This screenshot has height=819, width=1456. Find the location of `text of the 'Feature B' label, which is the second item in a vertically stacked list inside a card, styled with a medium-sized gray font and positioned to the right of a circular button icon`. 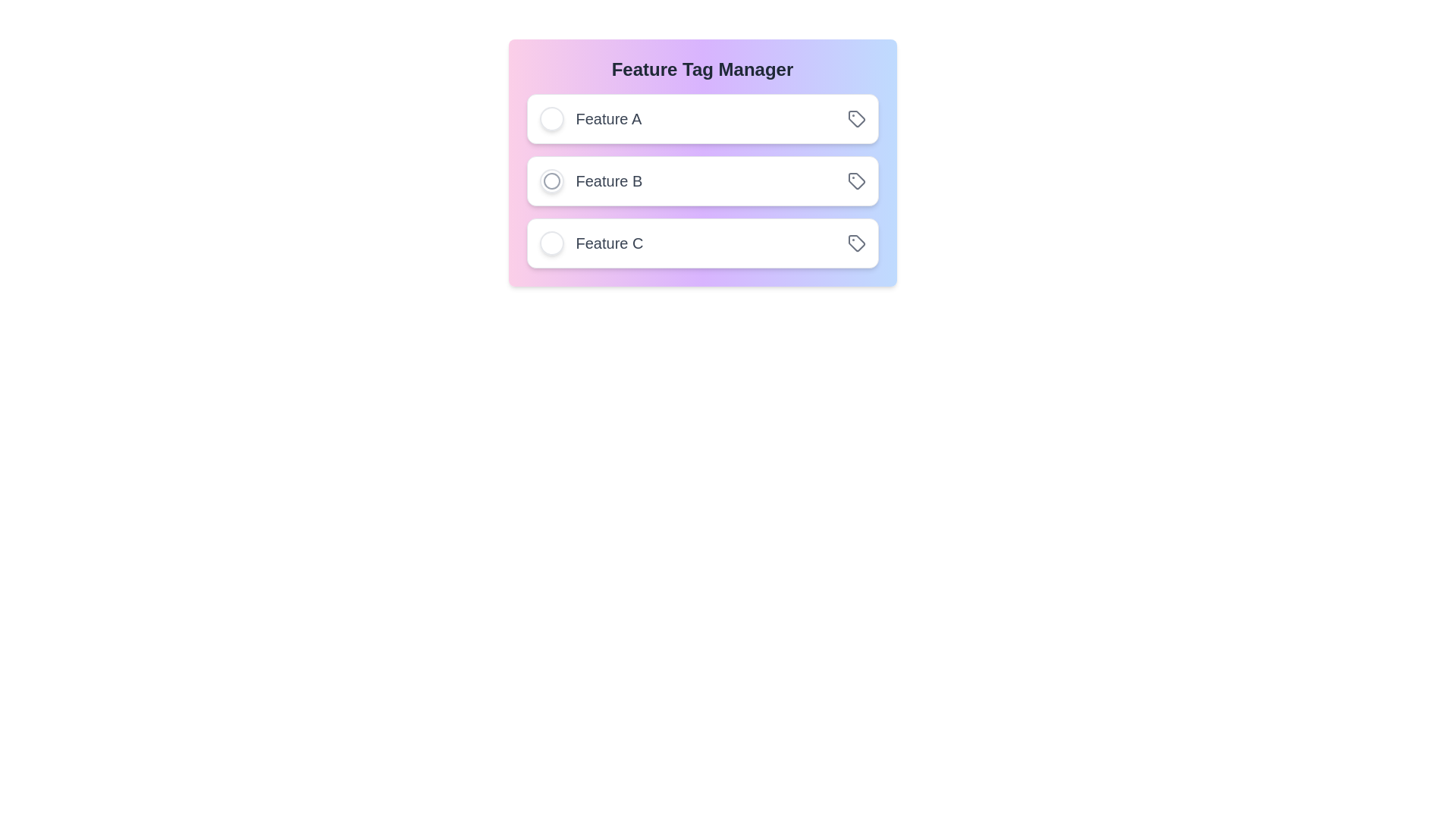

text of the 'Feature B' label, which is the second item in a vertically stacked list inside a card, styled with a medium-sized gray font and positioned to the right of a circular button icon is located at coordinates (590, 180).